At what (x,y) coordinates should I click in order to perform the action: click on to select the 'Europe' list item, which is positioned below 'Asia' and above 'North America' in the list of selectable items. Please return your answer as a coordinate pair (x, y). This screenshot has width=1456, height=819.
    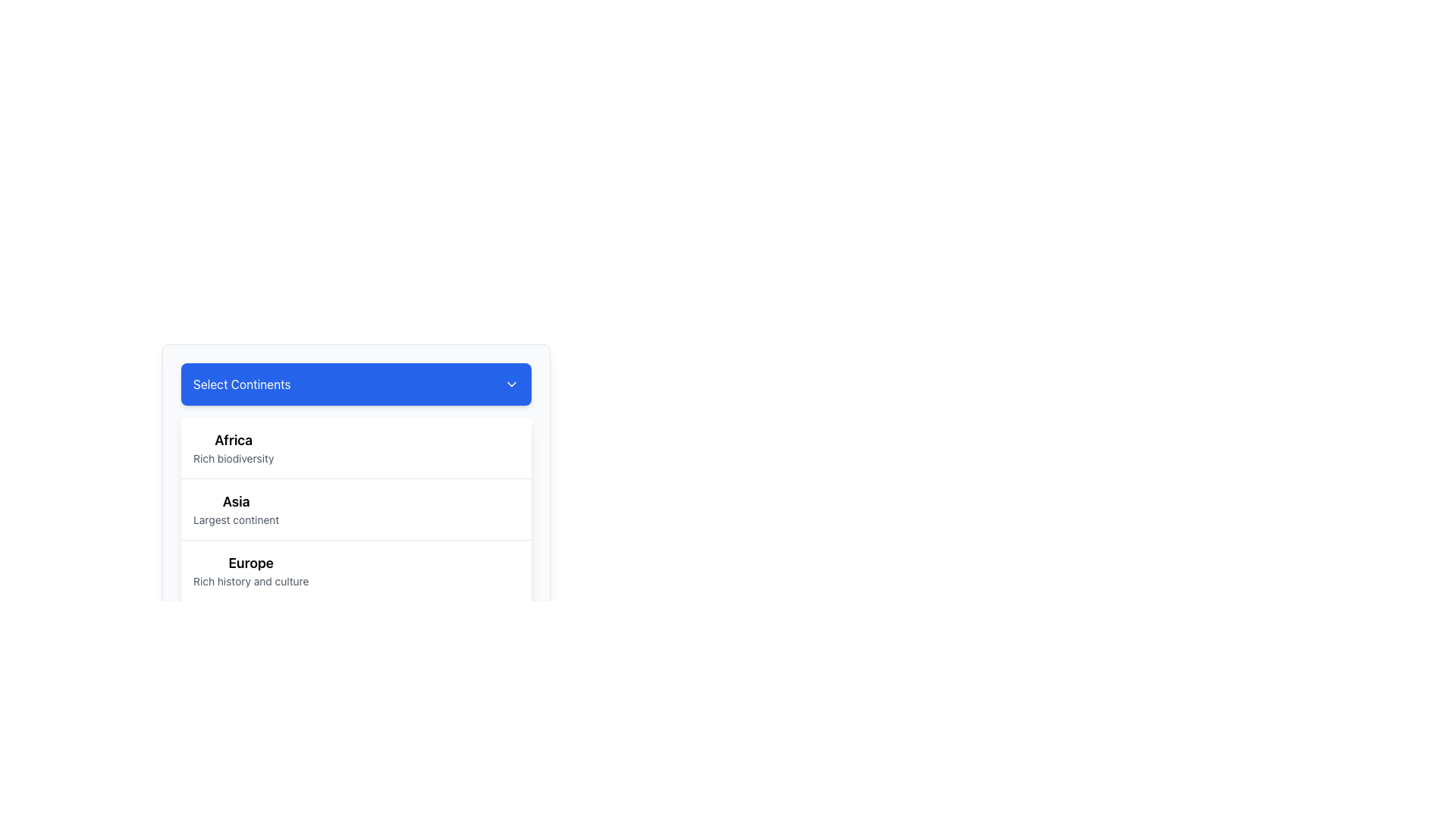
    Looking at the image, I should click on (356, 570).